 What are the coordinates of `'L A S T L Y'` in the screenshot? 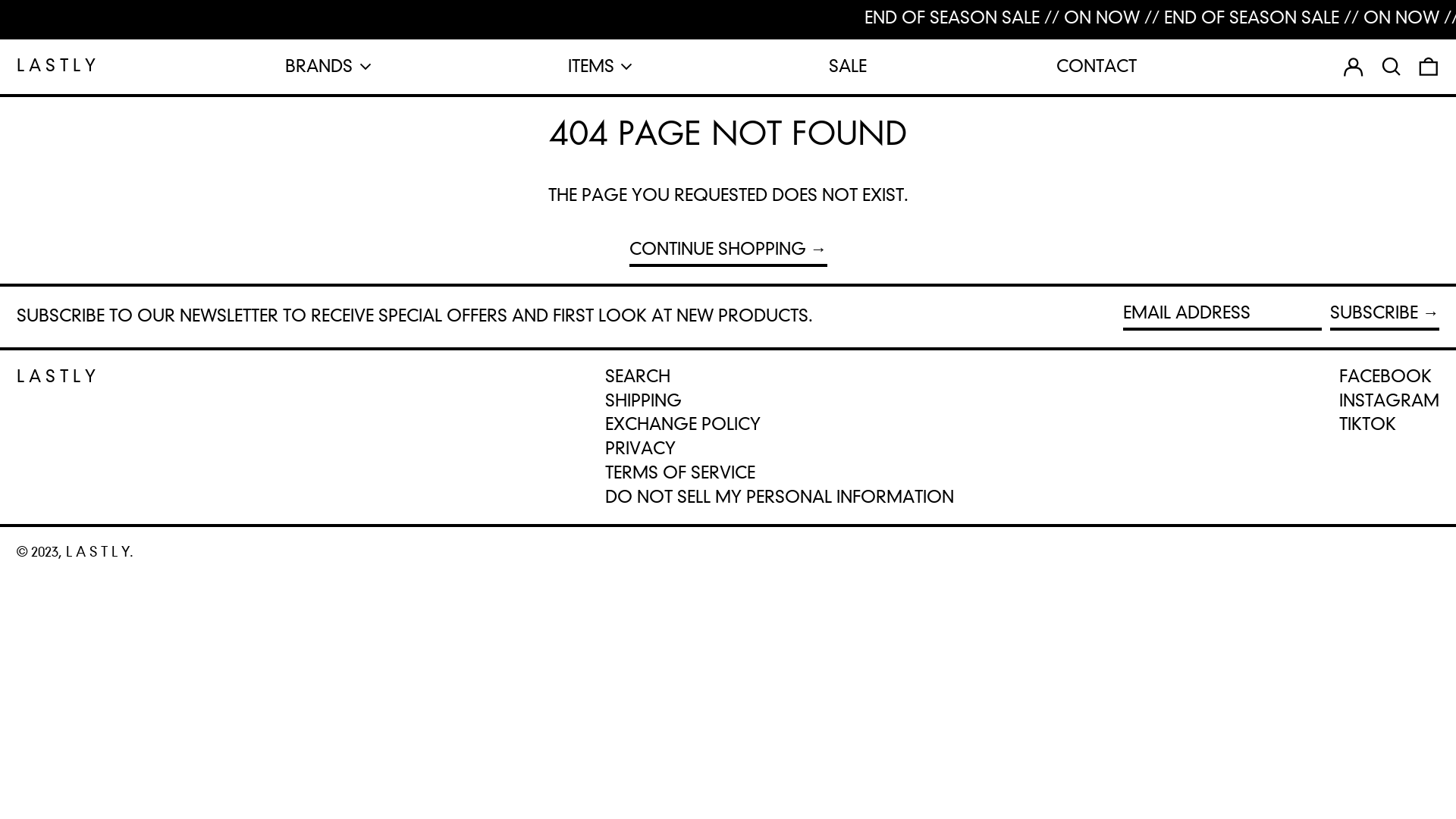 It's located at (55, 65).